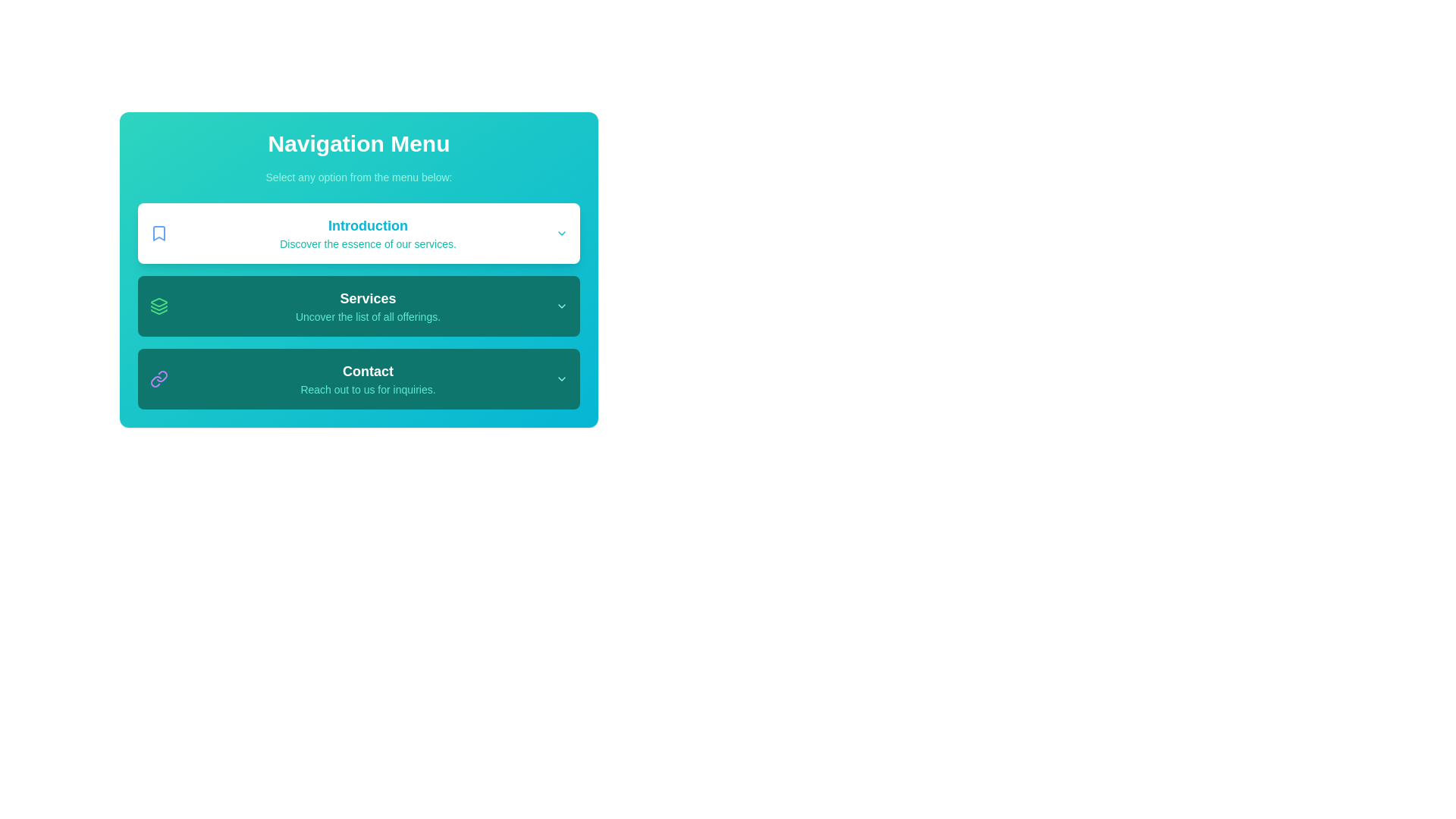 Image resolution: width=1456 pixels, height=819 pixels. I want to click on the hyperlink that serves as a navigation link to the 'Contact' section located at the bottom of the navigation menu, so click(368, 371).